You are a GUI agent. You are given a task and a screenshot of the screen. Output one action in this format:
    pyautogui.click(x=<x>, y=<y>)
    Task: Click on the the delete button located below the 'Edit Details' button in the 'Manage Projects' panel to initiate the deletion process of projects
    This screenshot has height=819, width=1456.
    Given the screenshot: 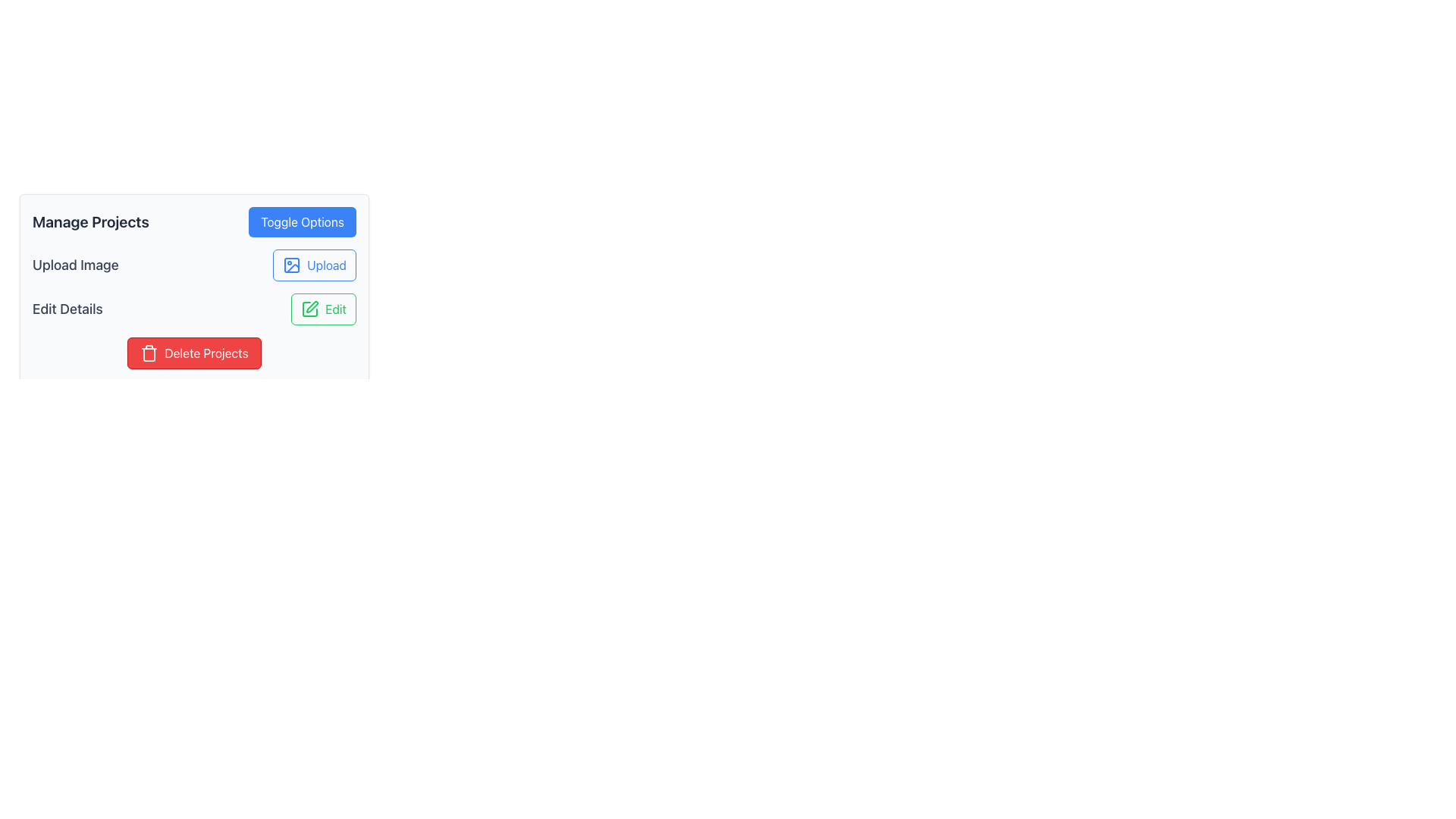 What is the action you would take?
    pyautogui.click(x=193, y=353)
    